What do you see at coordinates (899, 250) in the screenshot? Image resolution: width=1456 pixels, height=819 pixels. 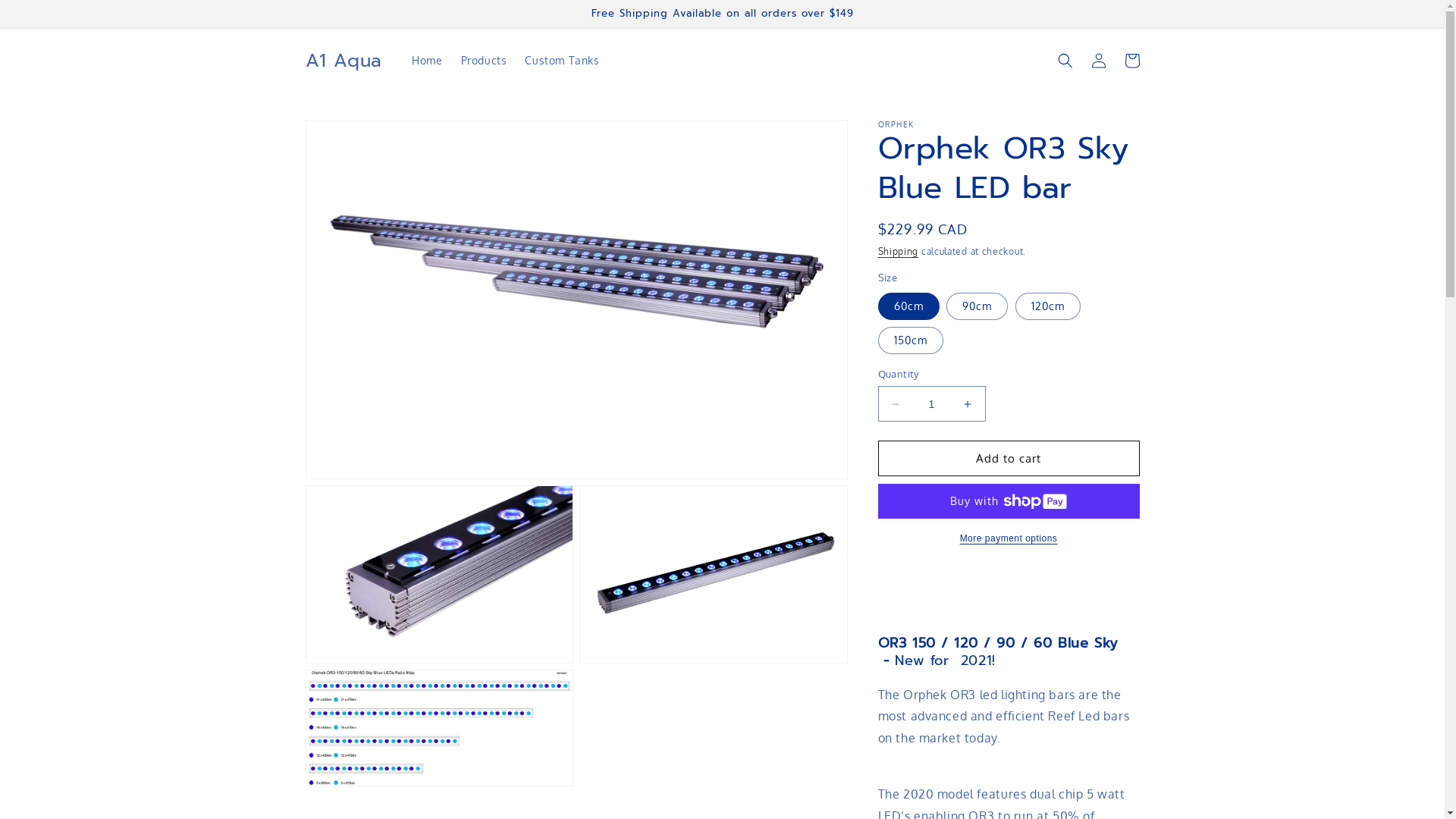 I see `'Shipping'` at bounding box center [899, 250].